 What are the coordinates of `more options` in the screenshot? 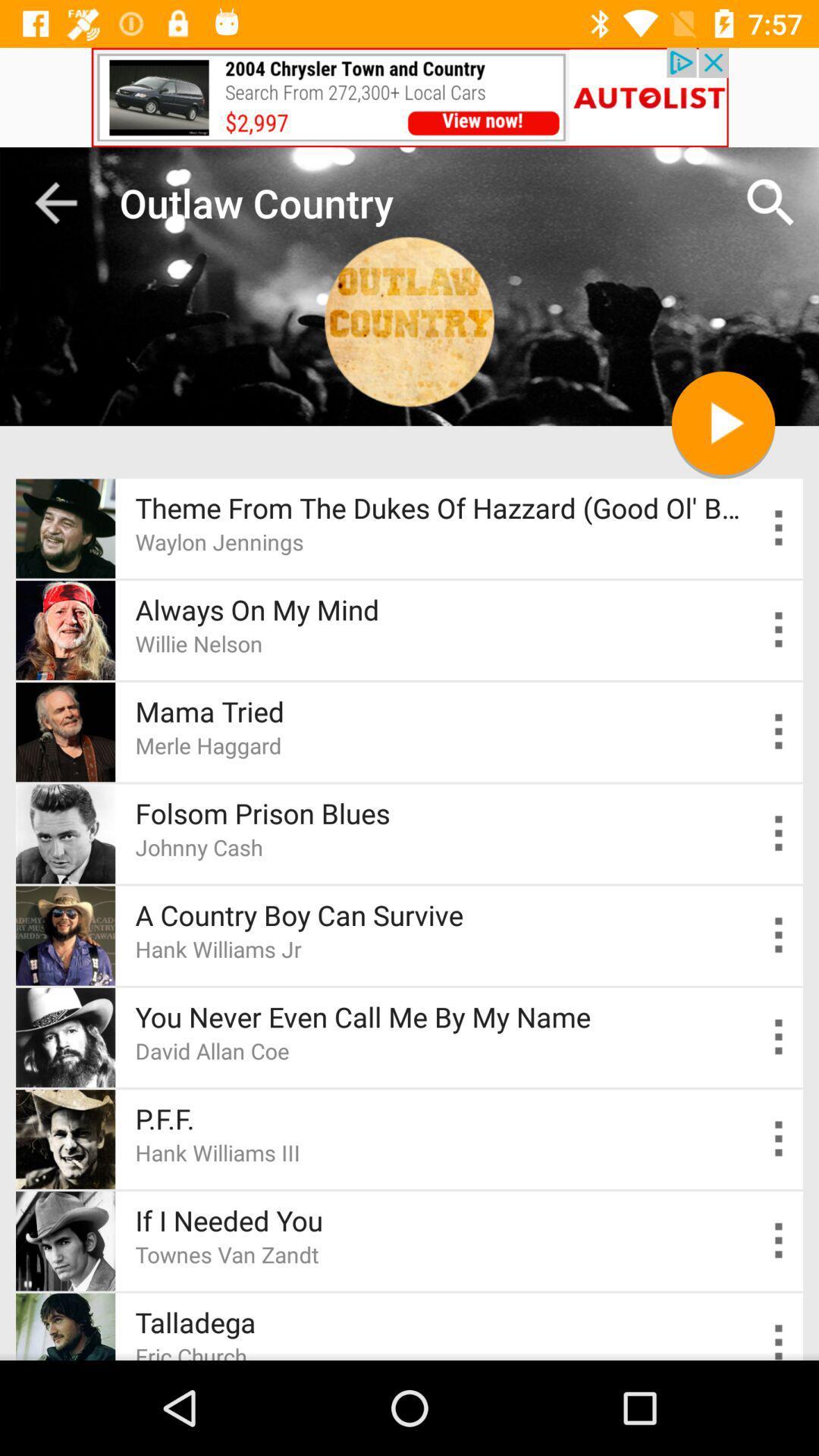 It's located at (779, 1139).